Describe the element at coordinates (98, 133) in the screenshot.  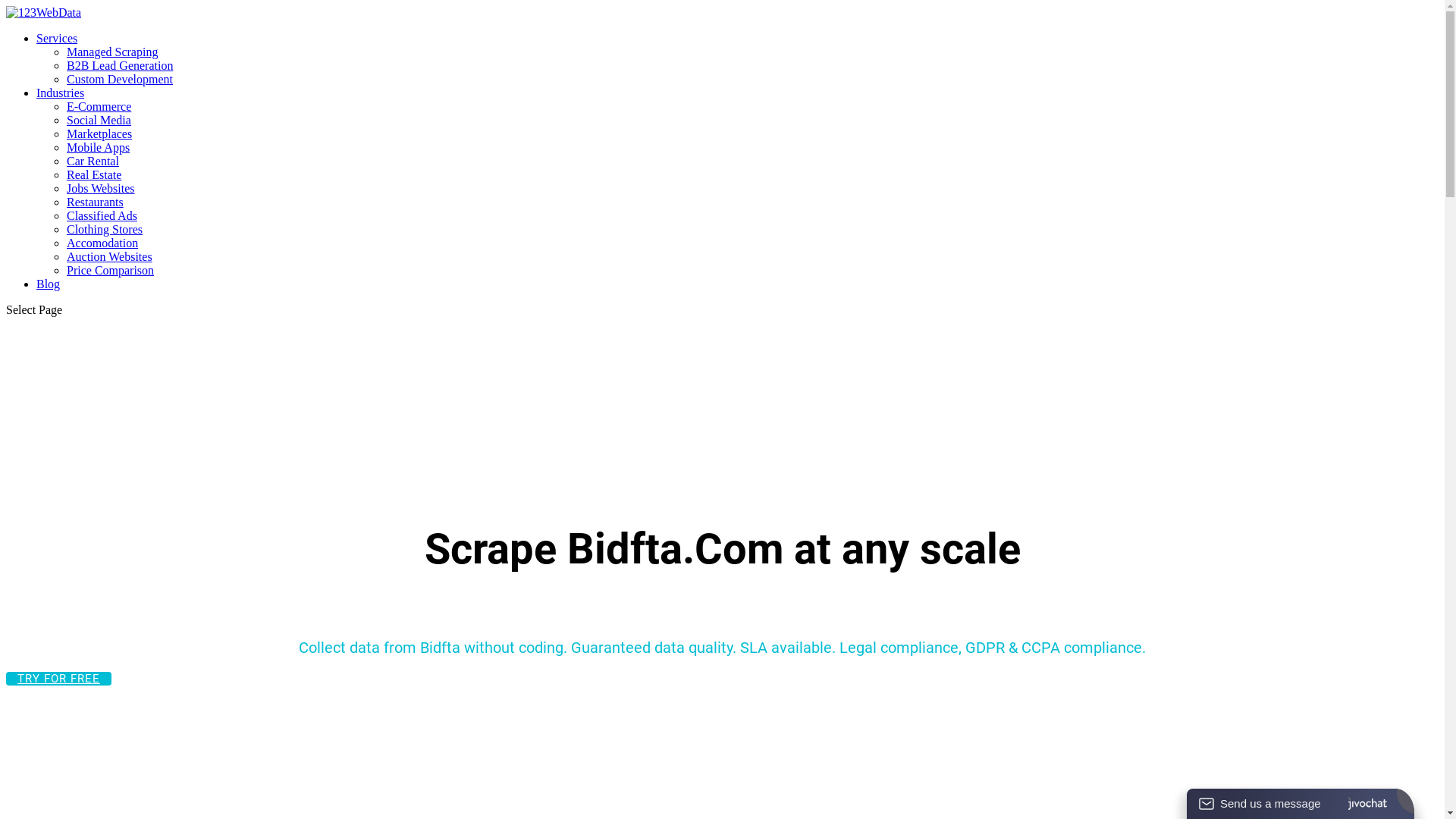
I see `'Marketplaces'` at that location.